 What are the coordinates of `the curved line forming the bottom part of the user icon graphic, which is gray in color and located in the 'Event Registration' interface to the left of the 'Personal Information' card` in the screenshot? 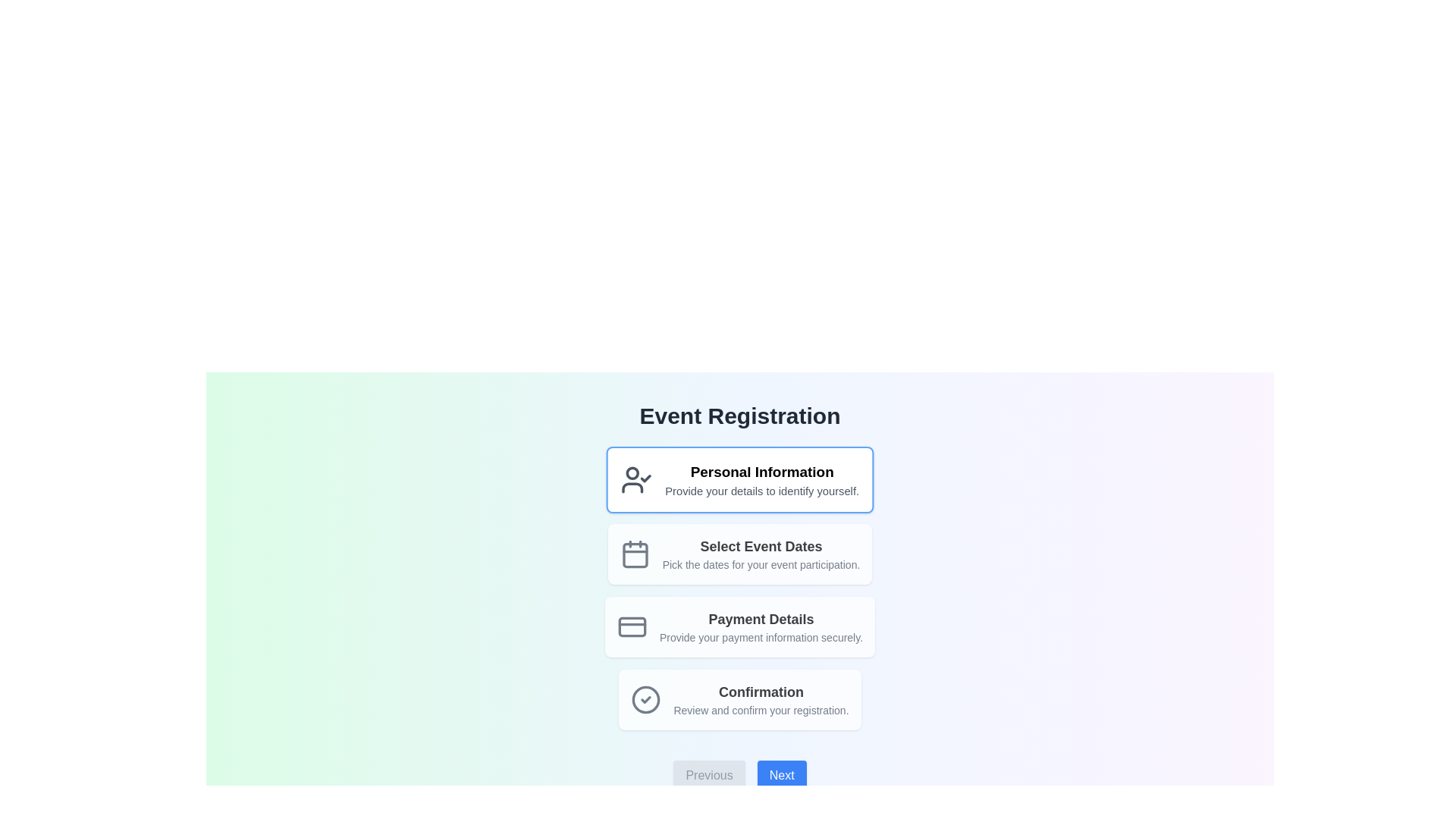 It's located at (632, 488).